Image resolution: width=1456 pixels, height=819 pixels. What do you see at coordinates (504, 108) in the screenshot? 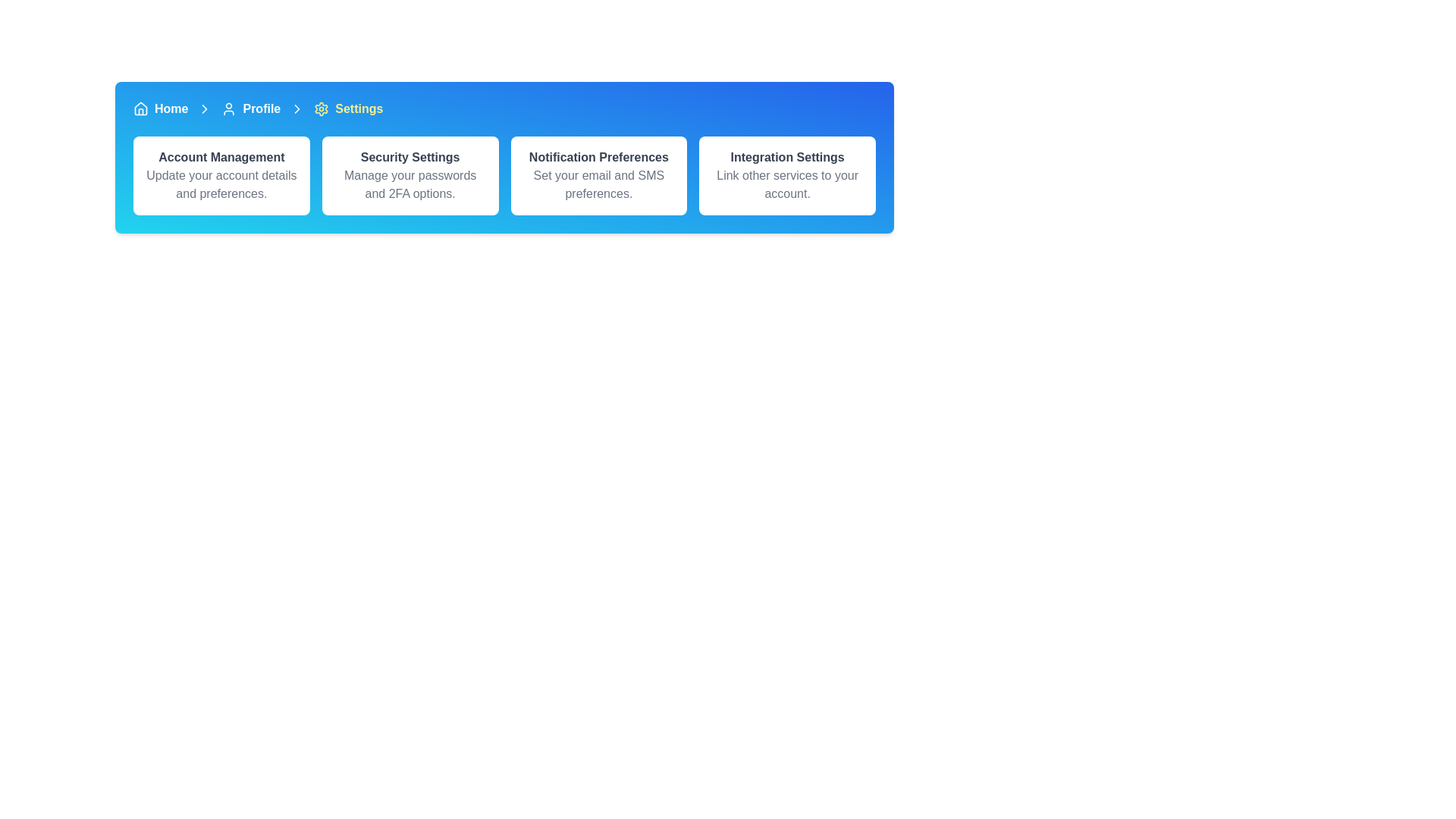
I see `the breadcrumb navigation bar` at bounding box center [504, 108].